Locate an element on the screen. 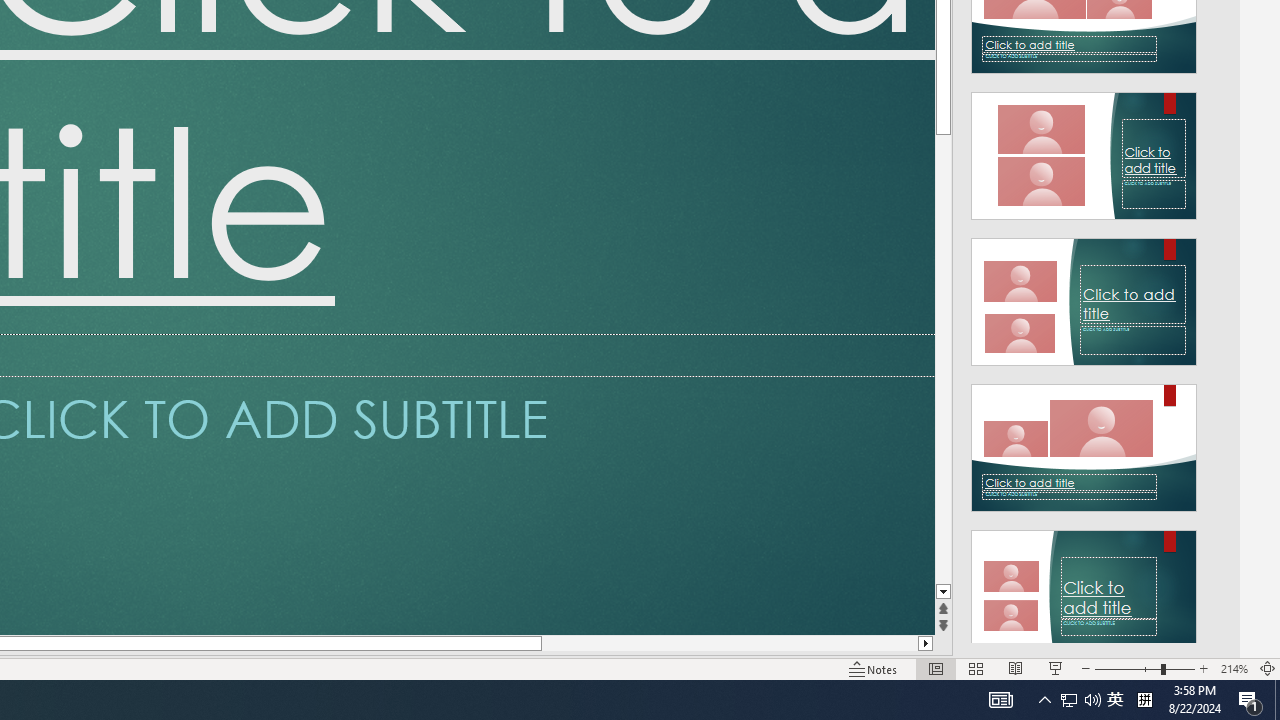  'Reading View' is located at coordinates (1015, 669).